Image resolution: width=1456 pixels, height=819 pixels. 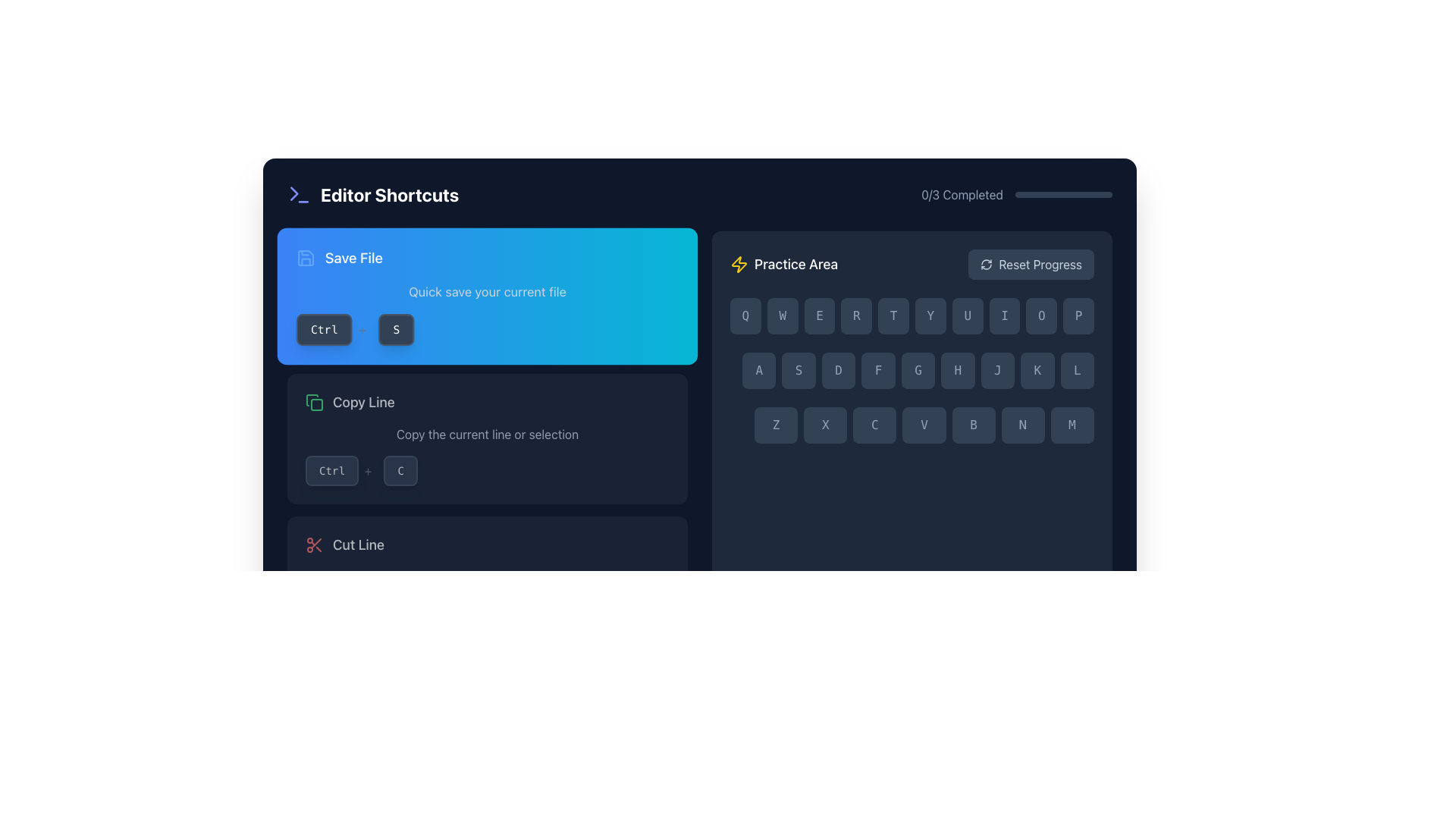 I want to click on the dark blue square button with rounded corners labeled 'V' in light gray text, located in the bottom row of the keyboard layout in the 'Practice Area' section, to simulate pressing the 'V' key, so click(x=923, y=425).